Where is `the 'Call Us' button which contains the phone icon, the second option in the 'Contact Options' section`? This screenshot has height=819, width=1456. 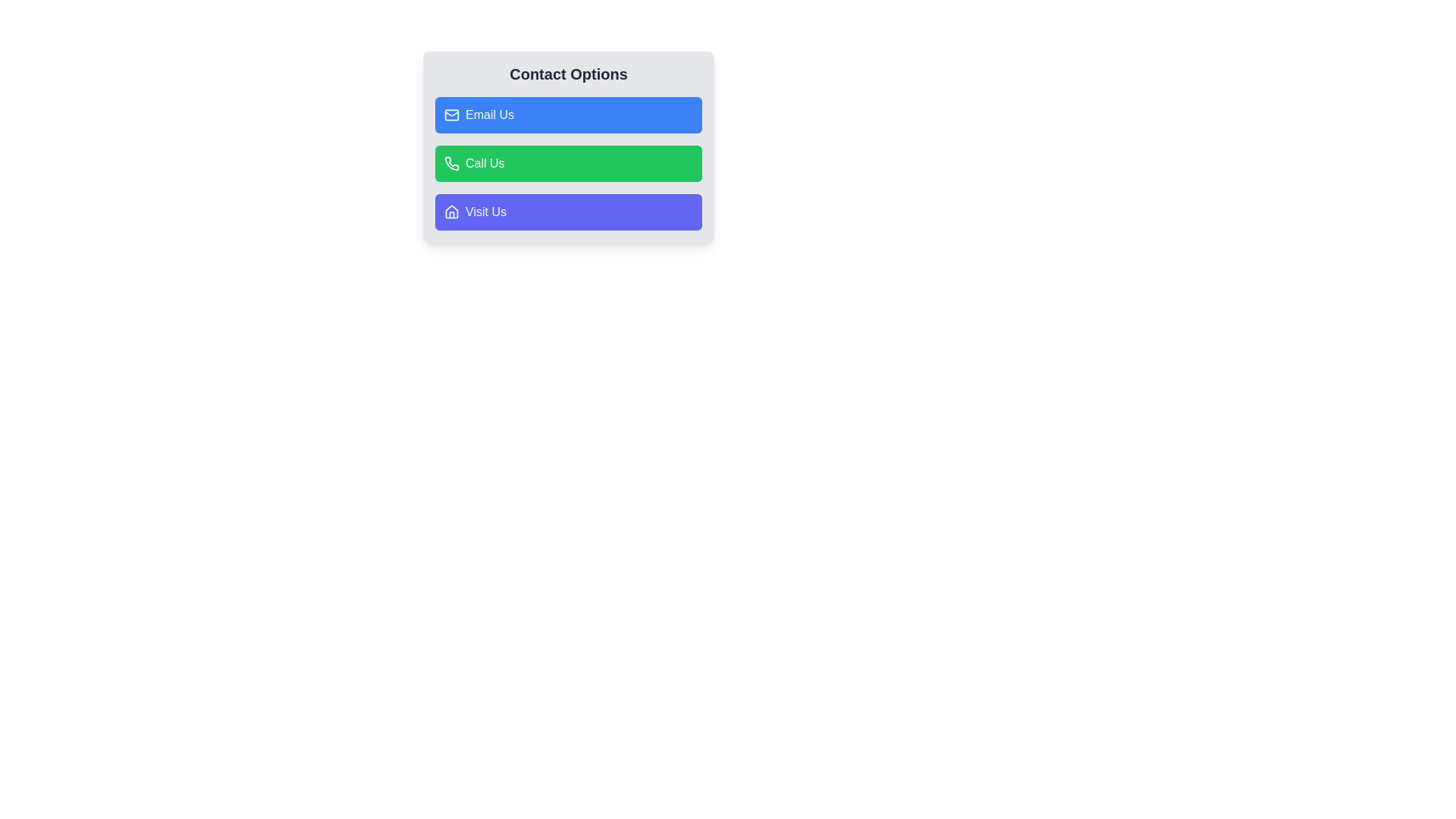 the 'Call Us' button which contains the phone icon, the second option in the 'Contact Options' section is located at coordinates (450, 163).